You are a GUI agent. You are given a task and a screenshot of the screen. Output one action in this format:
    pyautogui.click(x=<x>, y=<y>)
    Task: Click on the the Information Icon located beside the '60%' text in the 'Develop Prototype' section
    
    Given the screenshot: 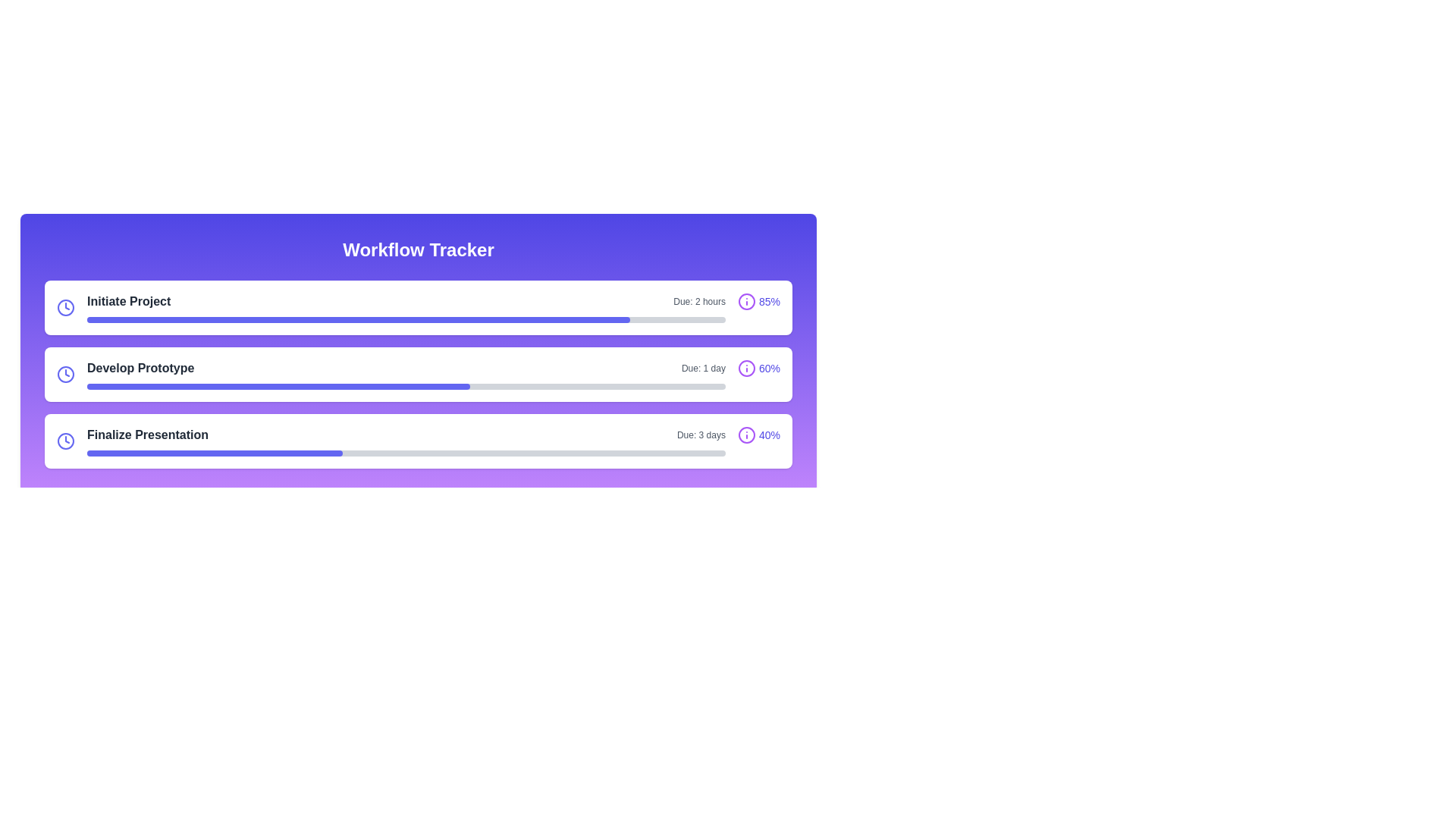 What is the action you would take?
    pyautogui.click(x=746, y=369)
    